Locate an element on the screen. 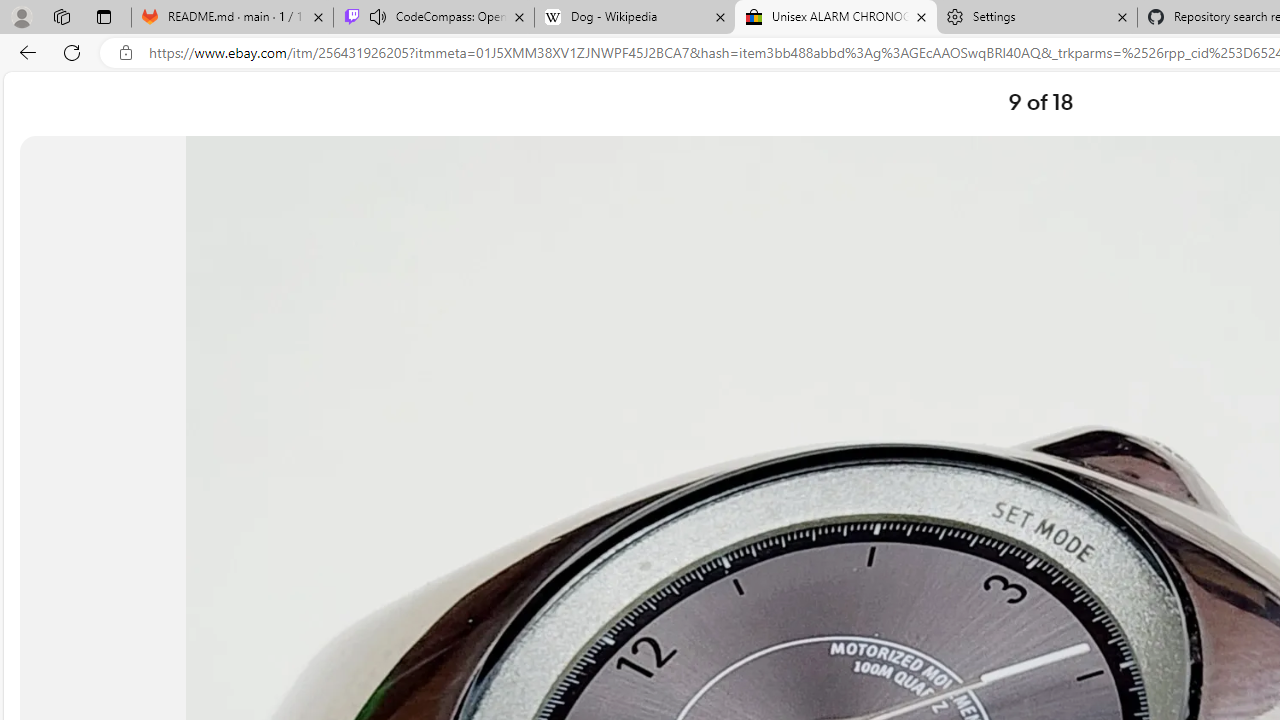 This screenshot has height=720, width=1280. 'Back' is located at coordinates (24, 51).